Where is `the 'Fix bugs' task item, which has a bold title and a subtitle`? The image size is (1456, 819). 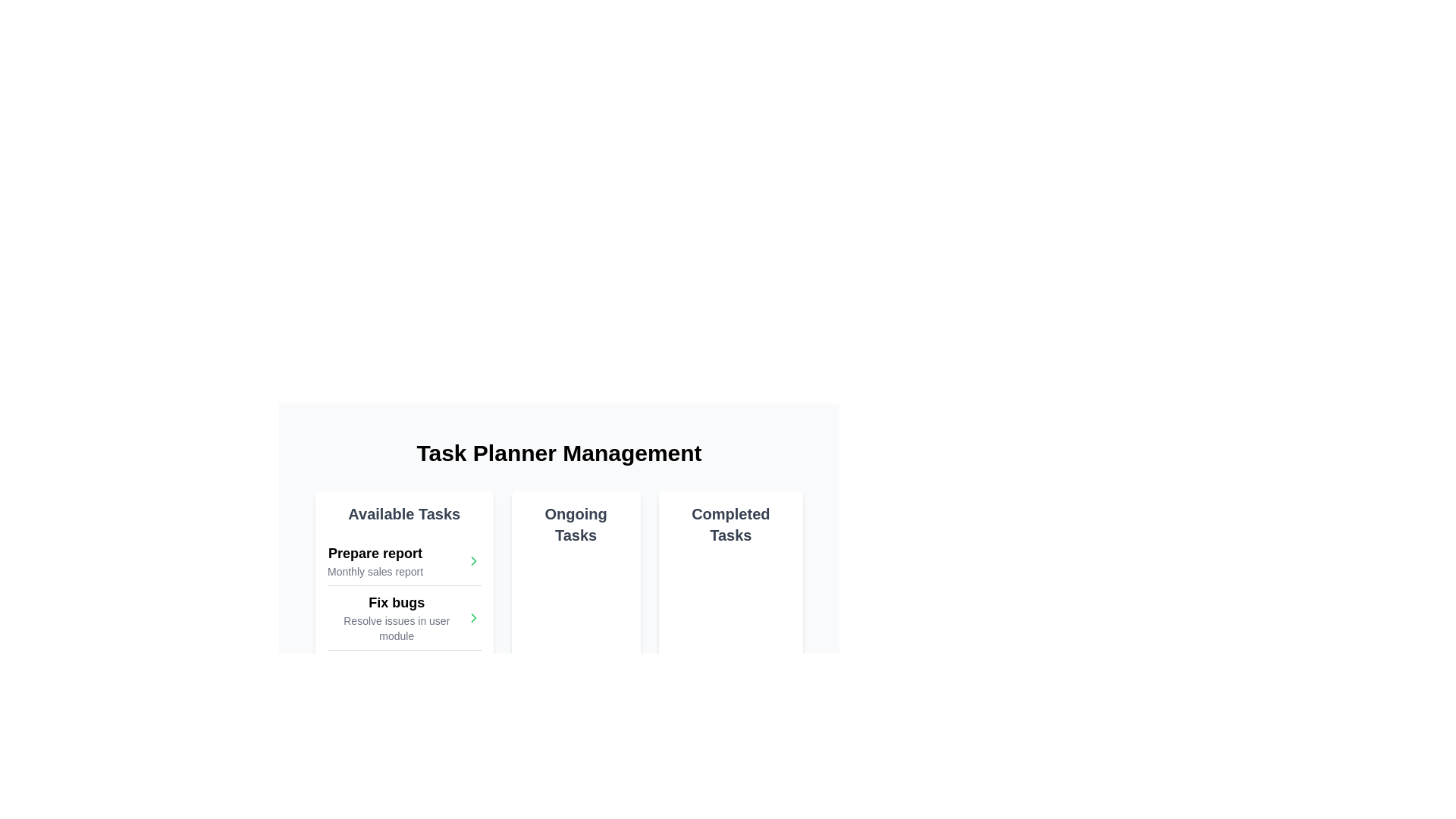
the 'Fix bugs' task item, which has a bold title and a subtitle is located at coordinates (397, 617).